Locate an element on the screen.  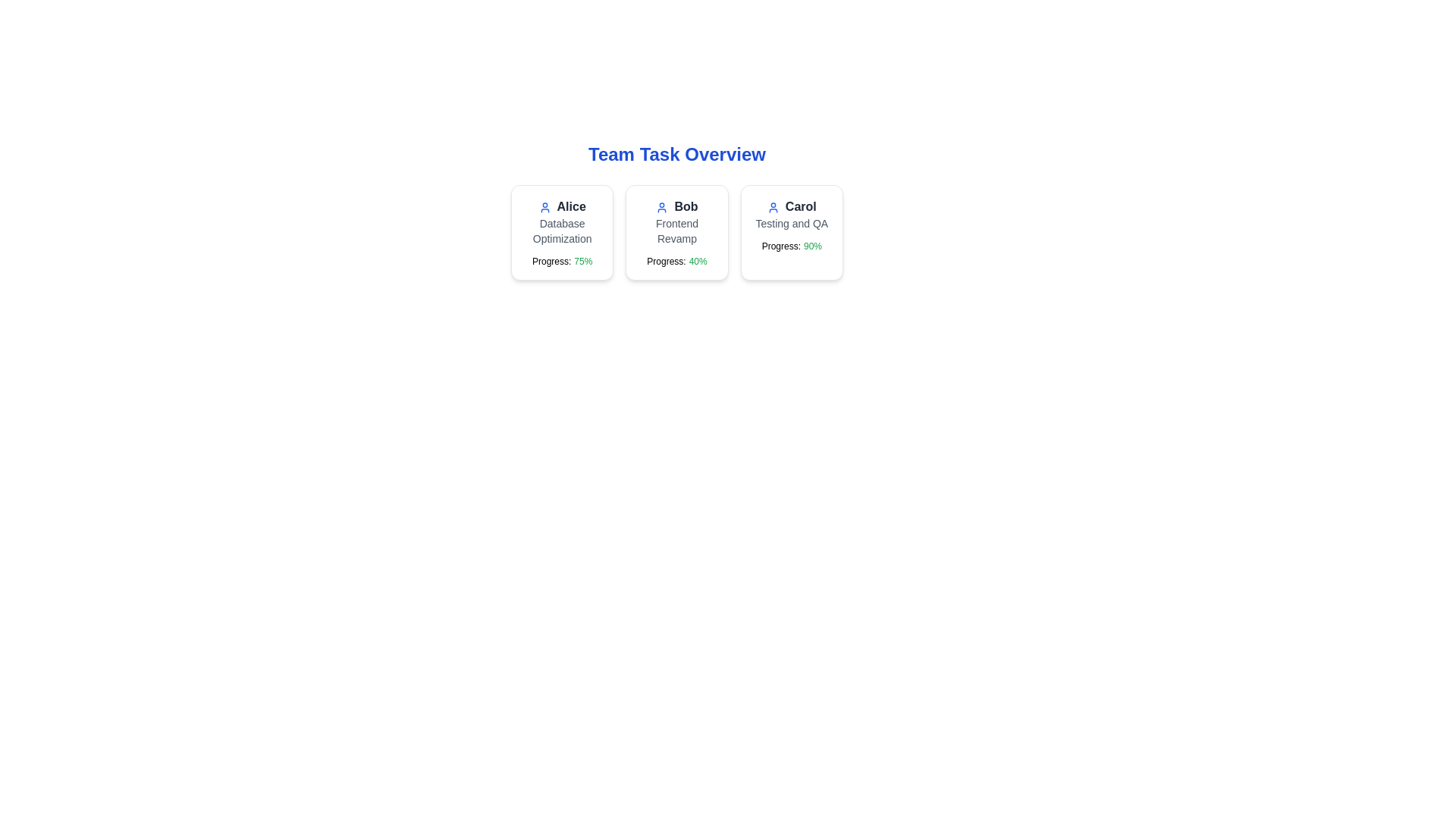
the task card for AliceDatabase Optimization is located at coordinates (561, 233).